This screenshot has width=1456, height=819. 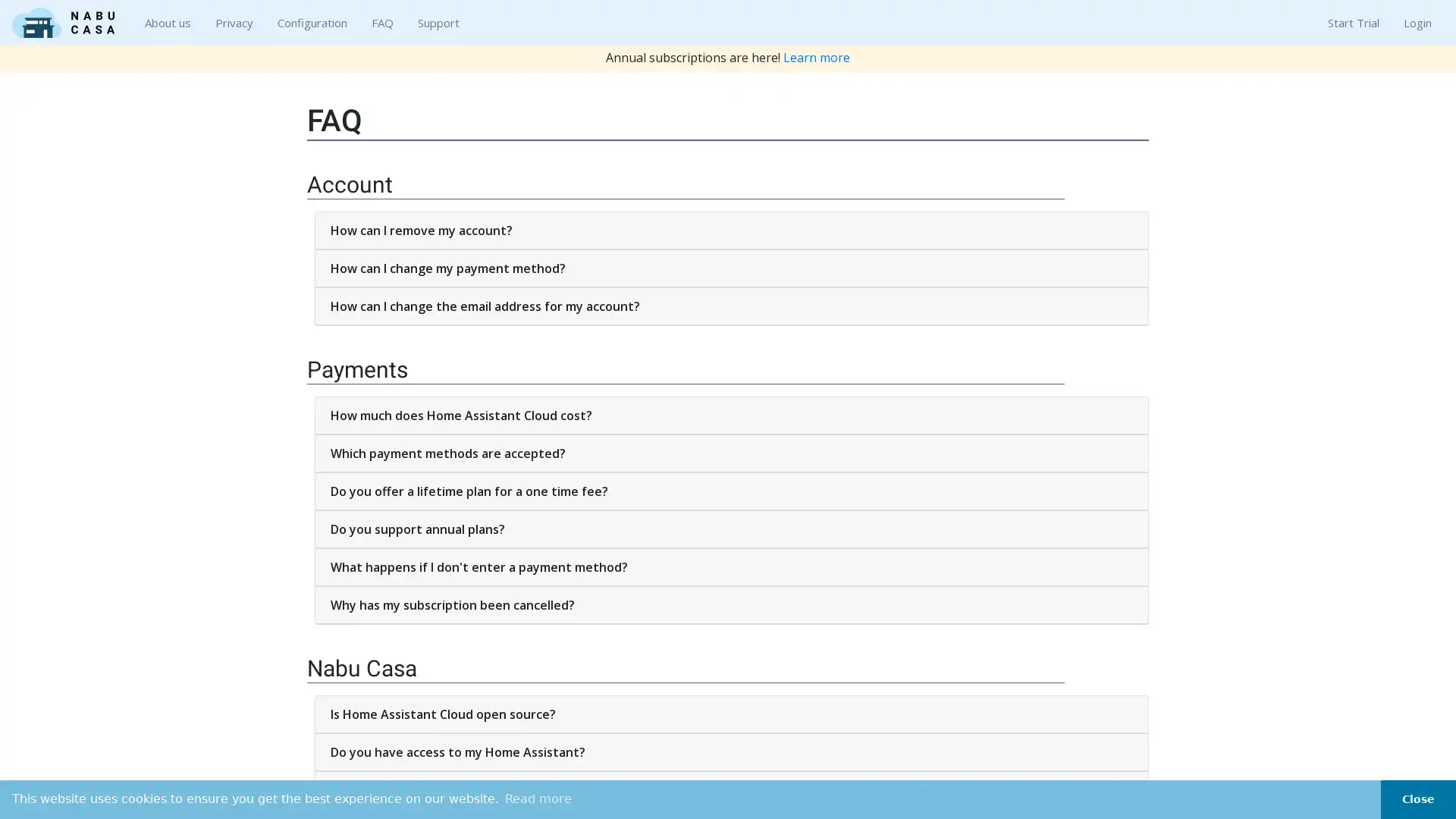 What do you see at coordinates (731, 714) in the screenshot?
I see `Is Home Assistant Cloud open source?` at bounding box center [731, 714].